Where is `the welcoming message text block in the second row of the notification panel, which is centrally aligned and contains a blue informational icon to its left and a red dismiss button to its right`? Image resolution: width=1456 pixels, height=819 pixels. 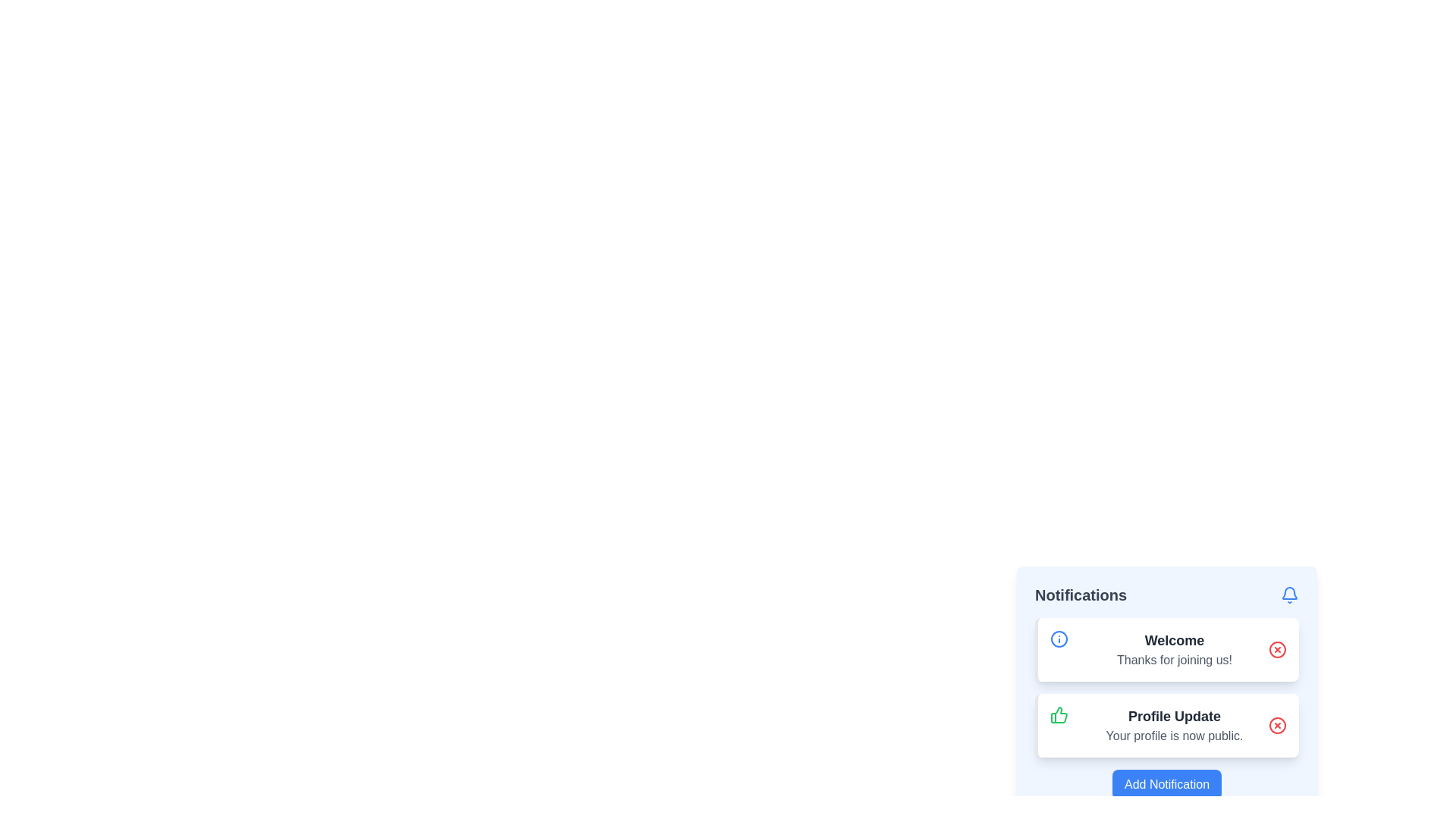
the welcoming message text block in the second row of the notification panel, which is centrally aligned and contains a blue informational icon to its left and a red dismiss button to its right is located at coordinates (1174, 648).